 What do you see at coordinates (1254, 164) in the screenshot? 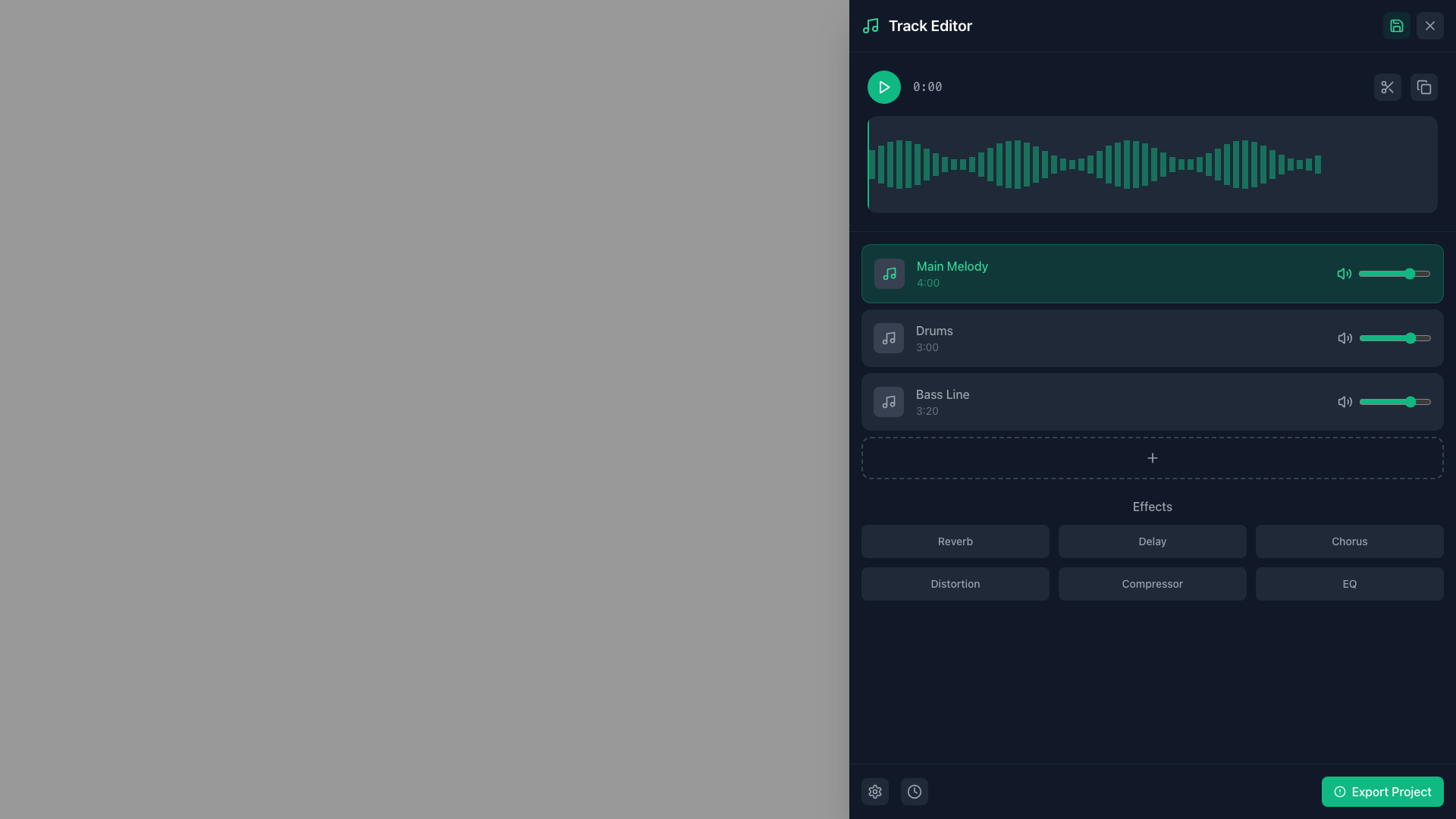
I see `to select the Waveform Bar at index 41, which visually represents a section of the audio's amplitude in the waveform` at bounding box center [1254, 164].